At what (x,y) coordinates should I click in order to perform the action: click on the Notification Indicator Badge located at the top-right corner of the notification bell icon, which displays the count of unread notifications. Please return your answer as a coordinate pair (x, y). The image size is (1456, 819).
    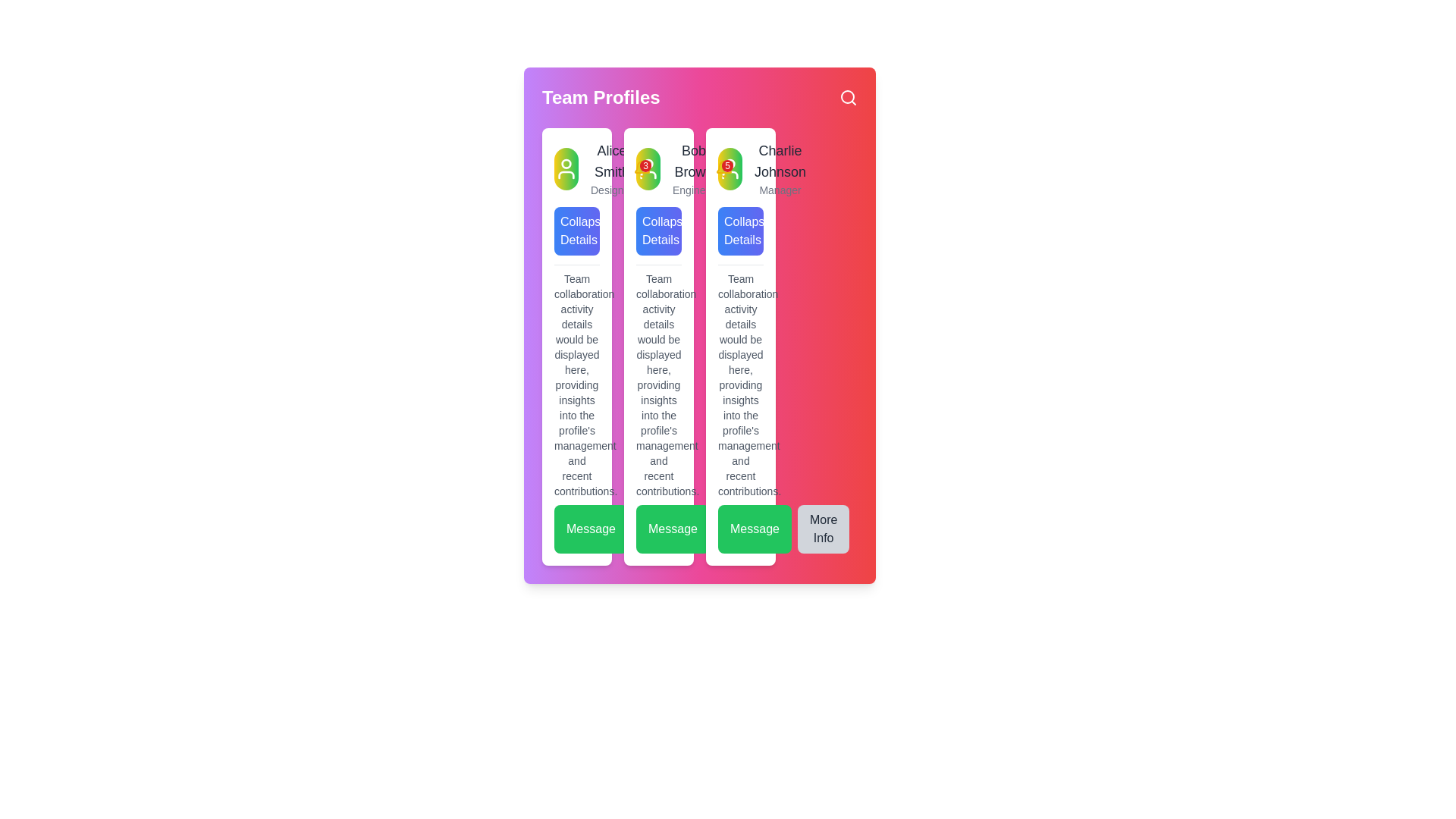
    Looking at the image, I should click on (726, 166).